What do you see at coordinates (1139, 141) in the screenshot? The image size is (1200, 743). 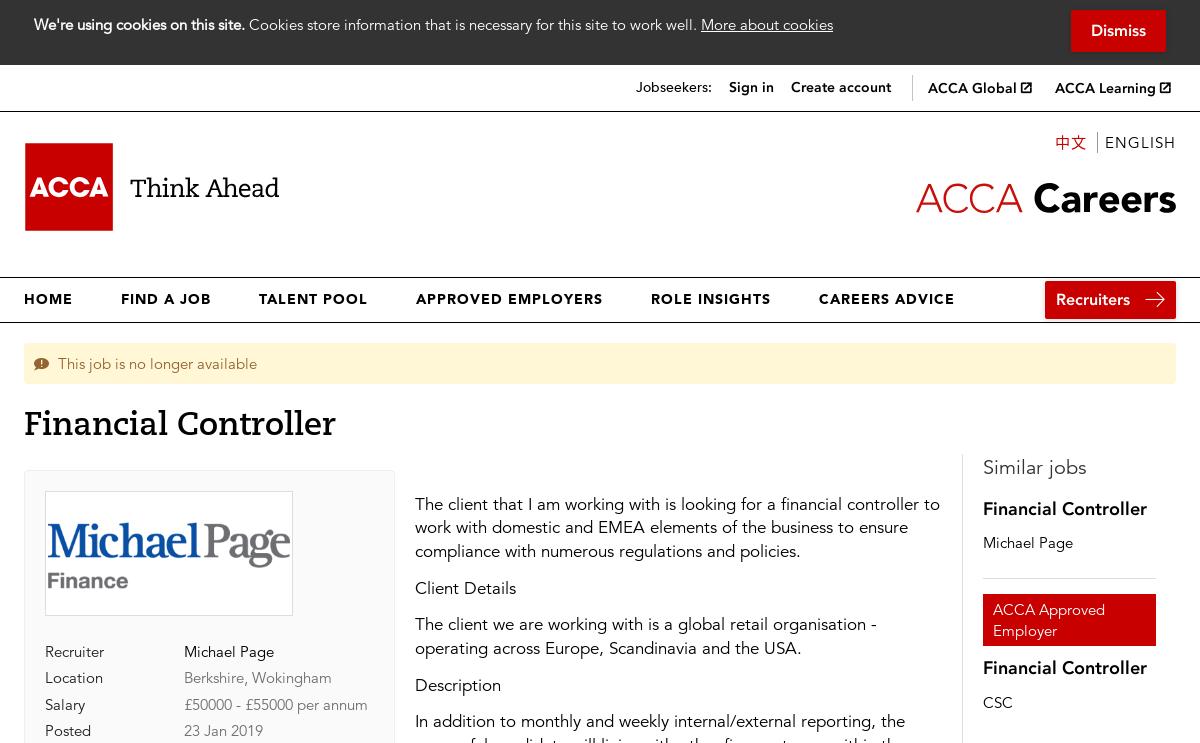 I see `'English'` at bounding box center [1139, 141].